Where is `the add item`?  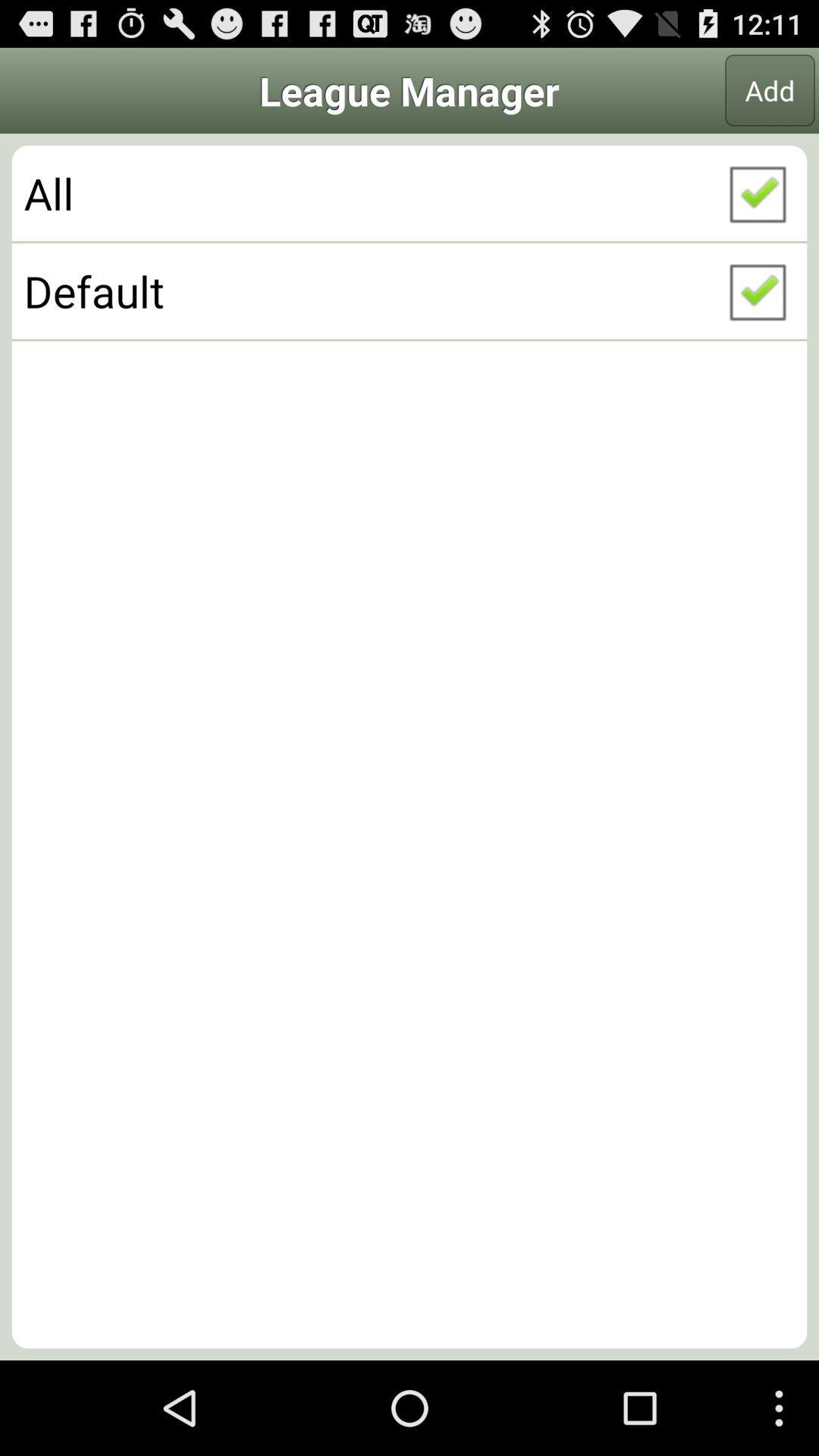 the add item is located at coordinates (770, 89).